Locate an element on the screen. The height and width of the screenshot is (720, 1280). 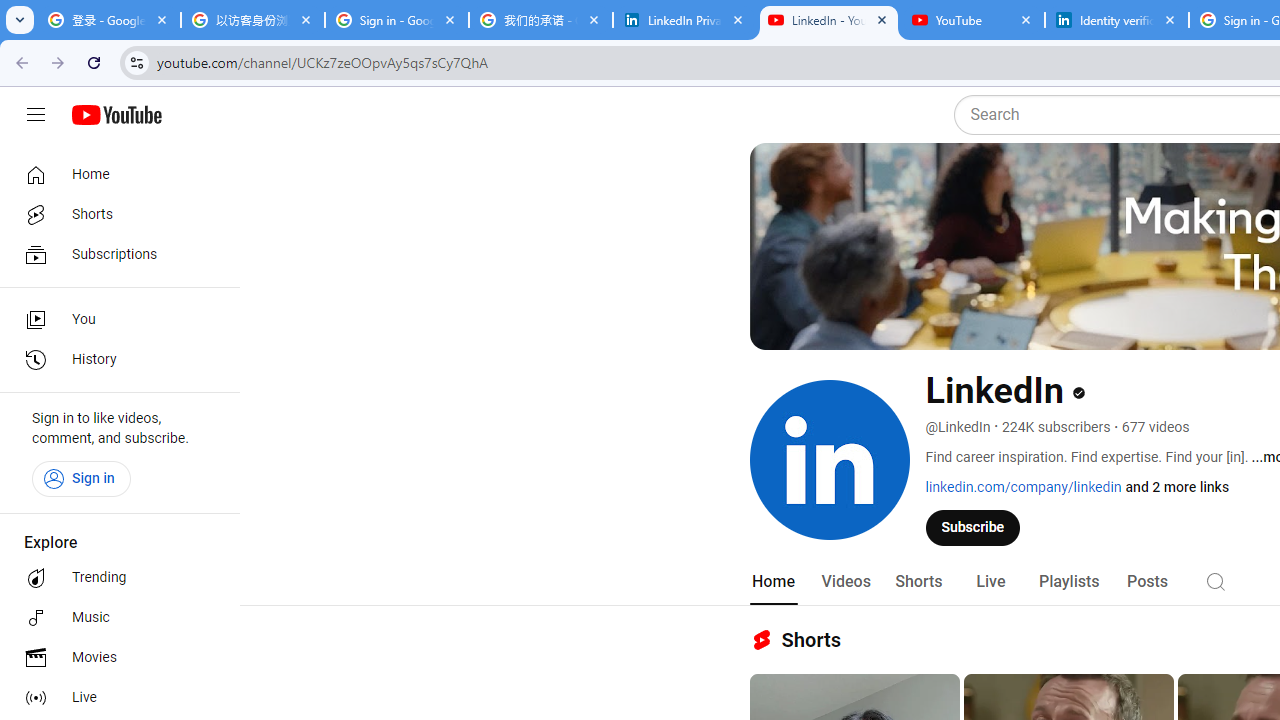
'Subscribe' is located at coordinates (973, 526).